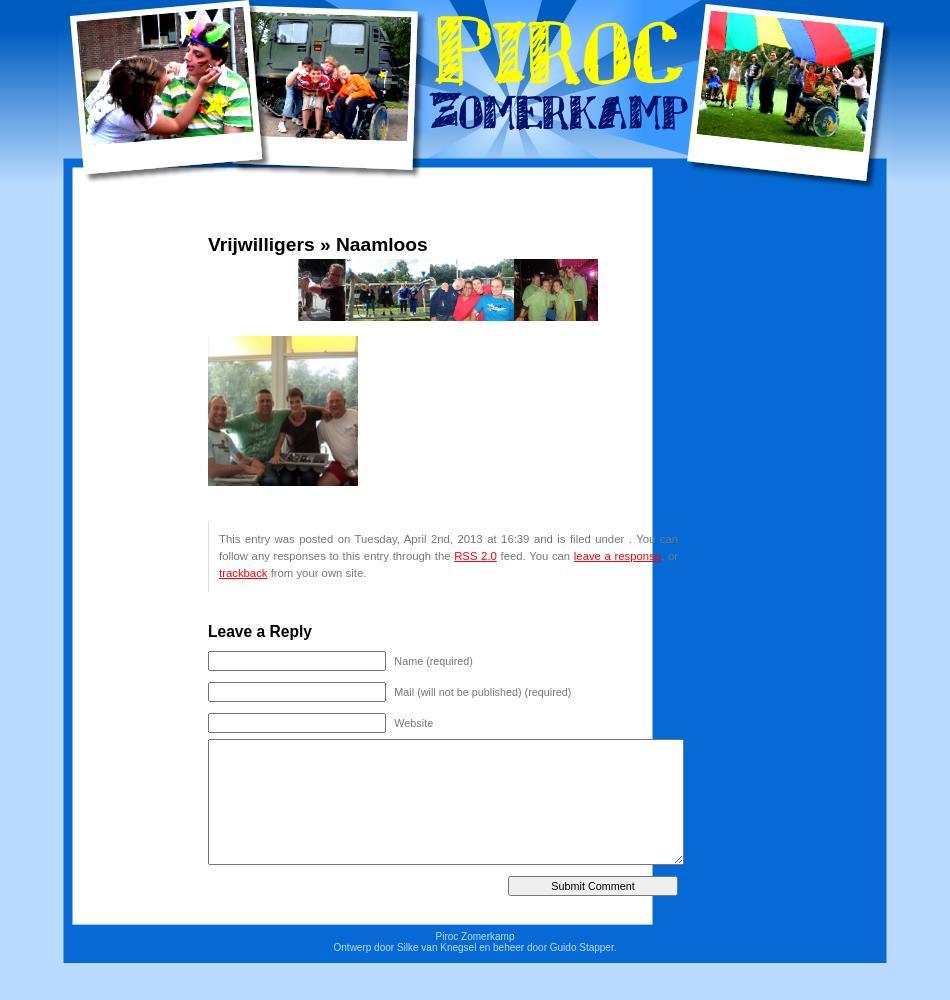  What do you see at coordinates (447, 546) in the screenshot?
I see `'This entry was posted on Tuesday, April 2nd, 2013 at 16:39						and is filed under .
												You can follow any responses to this entry through the'` at bounding box center [447, 546].